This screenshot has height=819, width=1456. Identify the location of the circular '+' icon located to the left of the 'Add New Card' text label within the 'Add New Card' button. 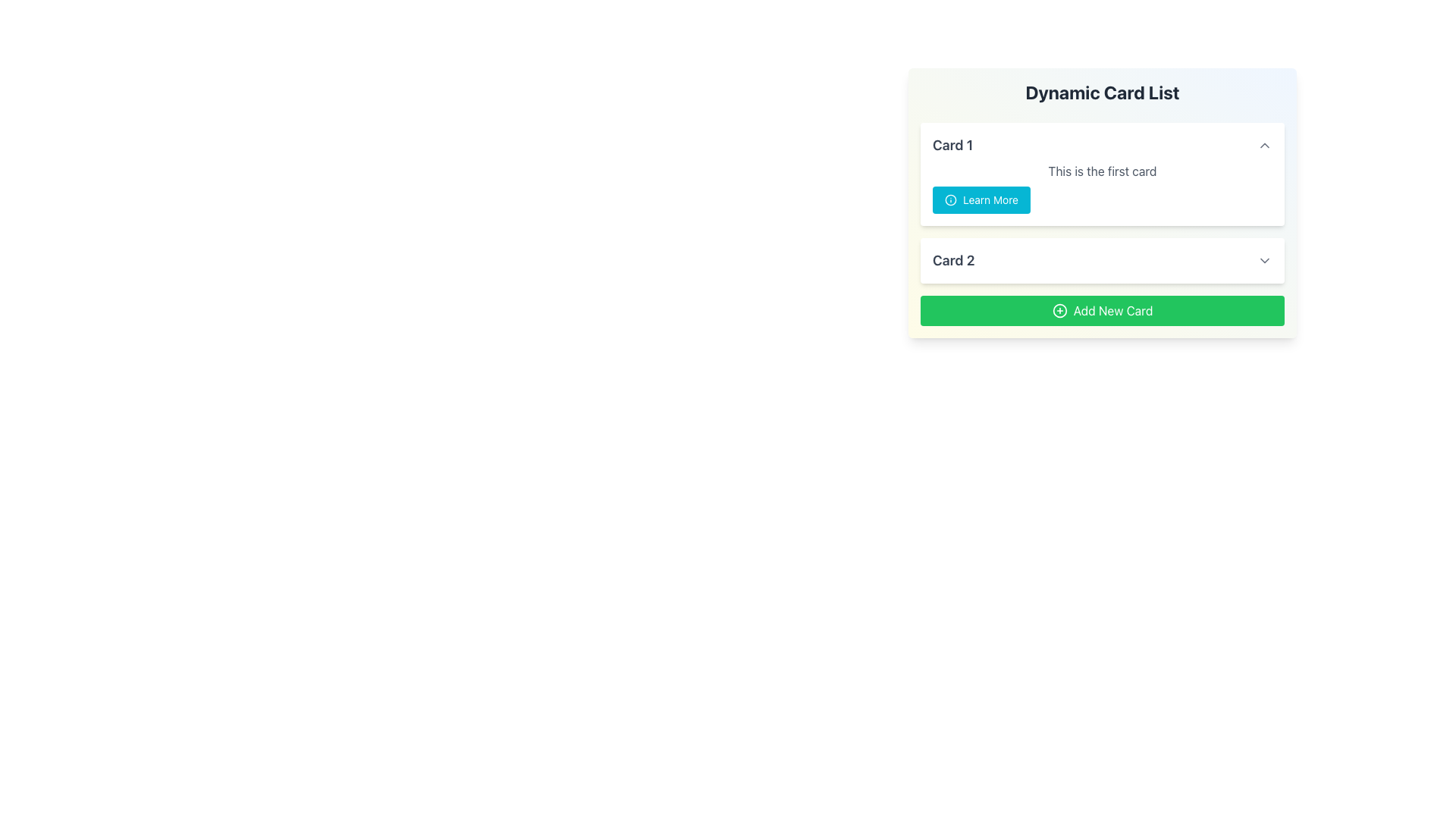
(1059, 309).